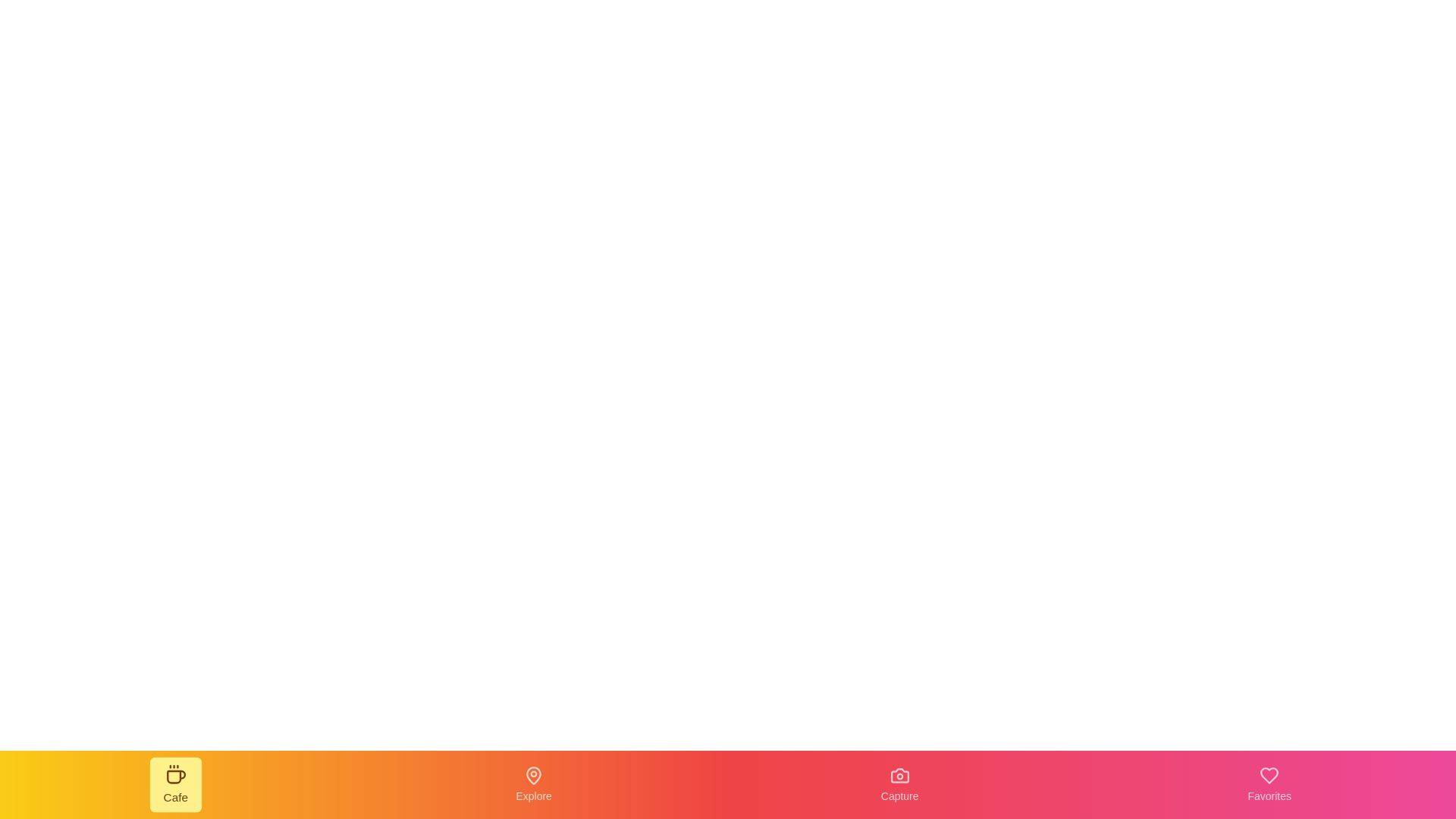 This screenshot has height=819, width=1456. I want to click on the navigation item labeled Favorites, so click(1269, 784).